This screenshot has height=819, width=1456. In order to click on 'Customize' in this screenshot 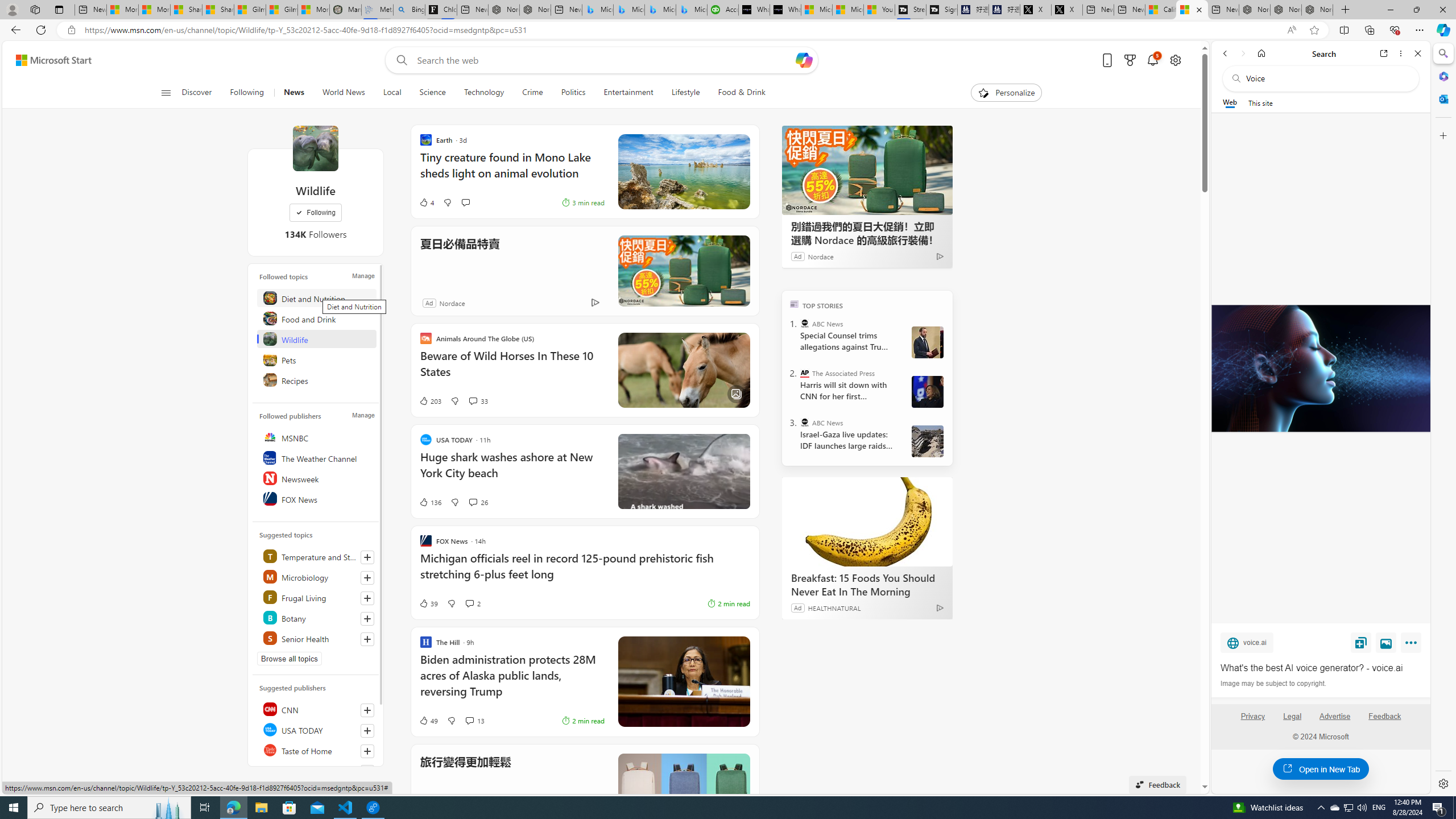, I will do `click(1442, 135)`.